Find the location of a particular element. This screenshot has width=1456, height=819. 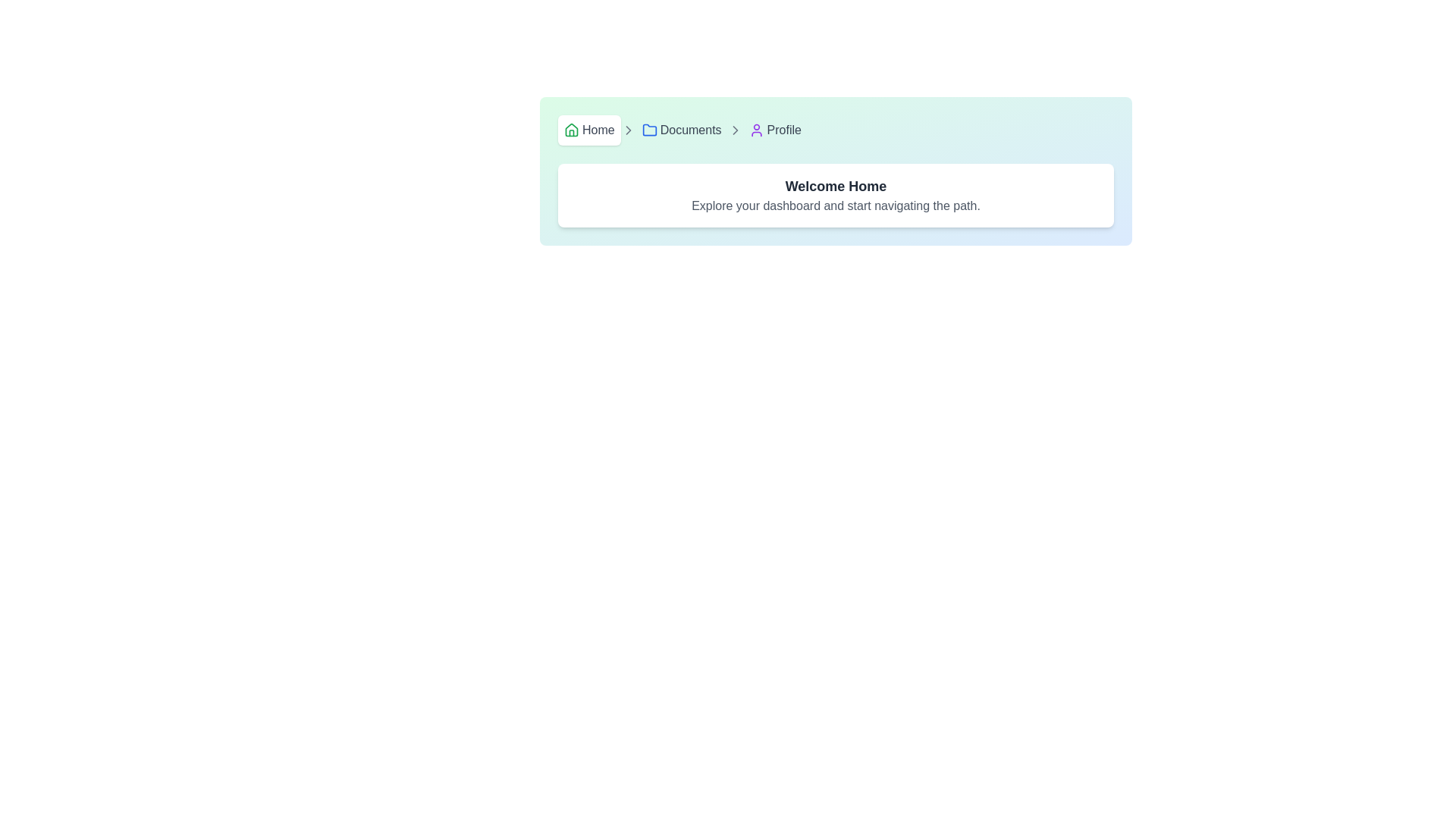

the right-pointing arrow icon in the breadcrumb navigation bar, which is positioned between the 'Home' label and the 'Documents' link is located at coordinates (628, 130).